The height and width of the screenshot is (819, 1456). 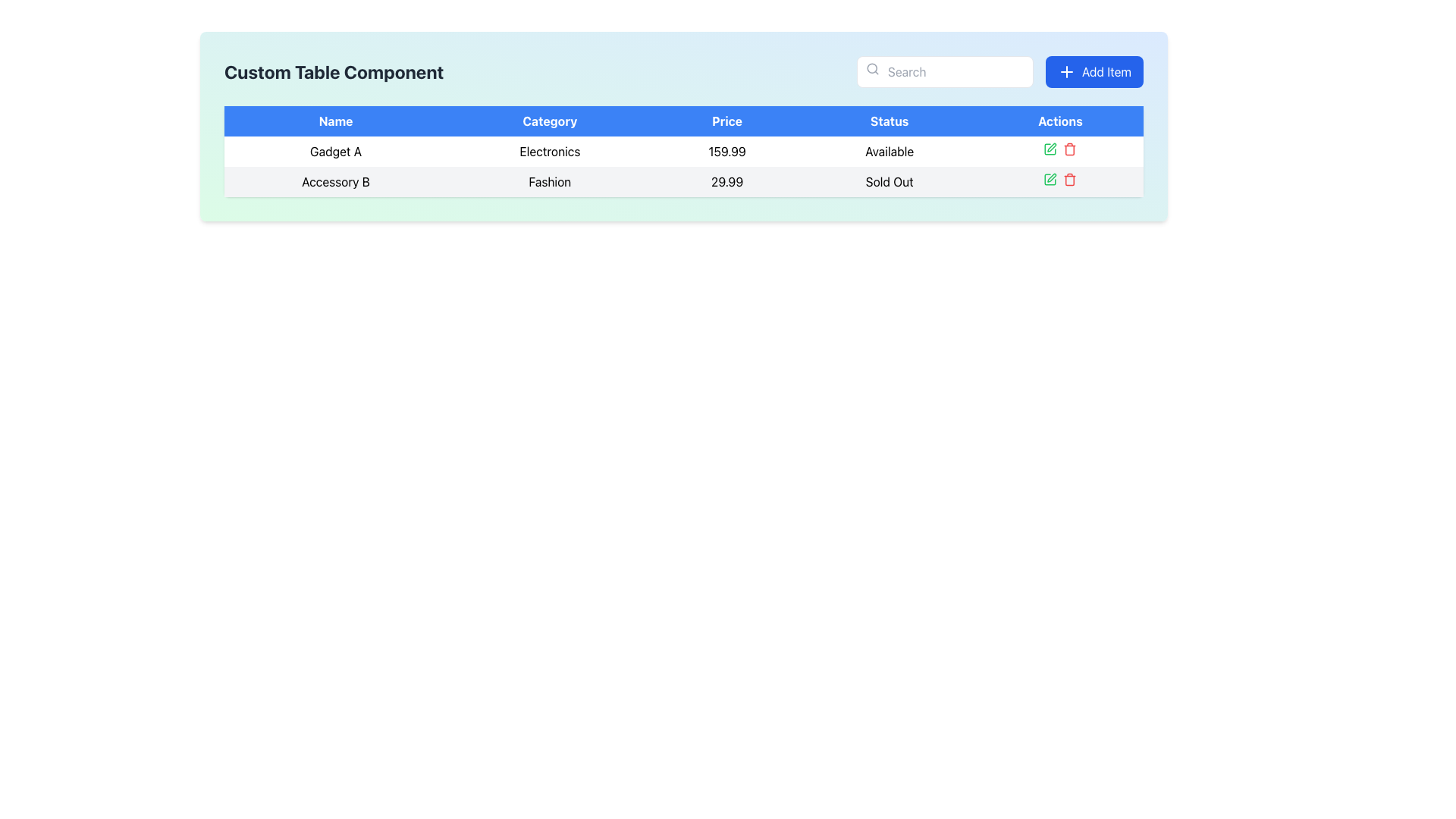 What do you see at coordinates (890, 180) in the screenshot?
I see `the static text label indicating the availability status of 'Accessory B', located in the second row of the table under the 'Status' column` at bounding box center [890, 180].